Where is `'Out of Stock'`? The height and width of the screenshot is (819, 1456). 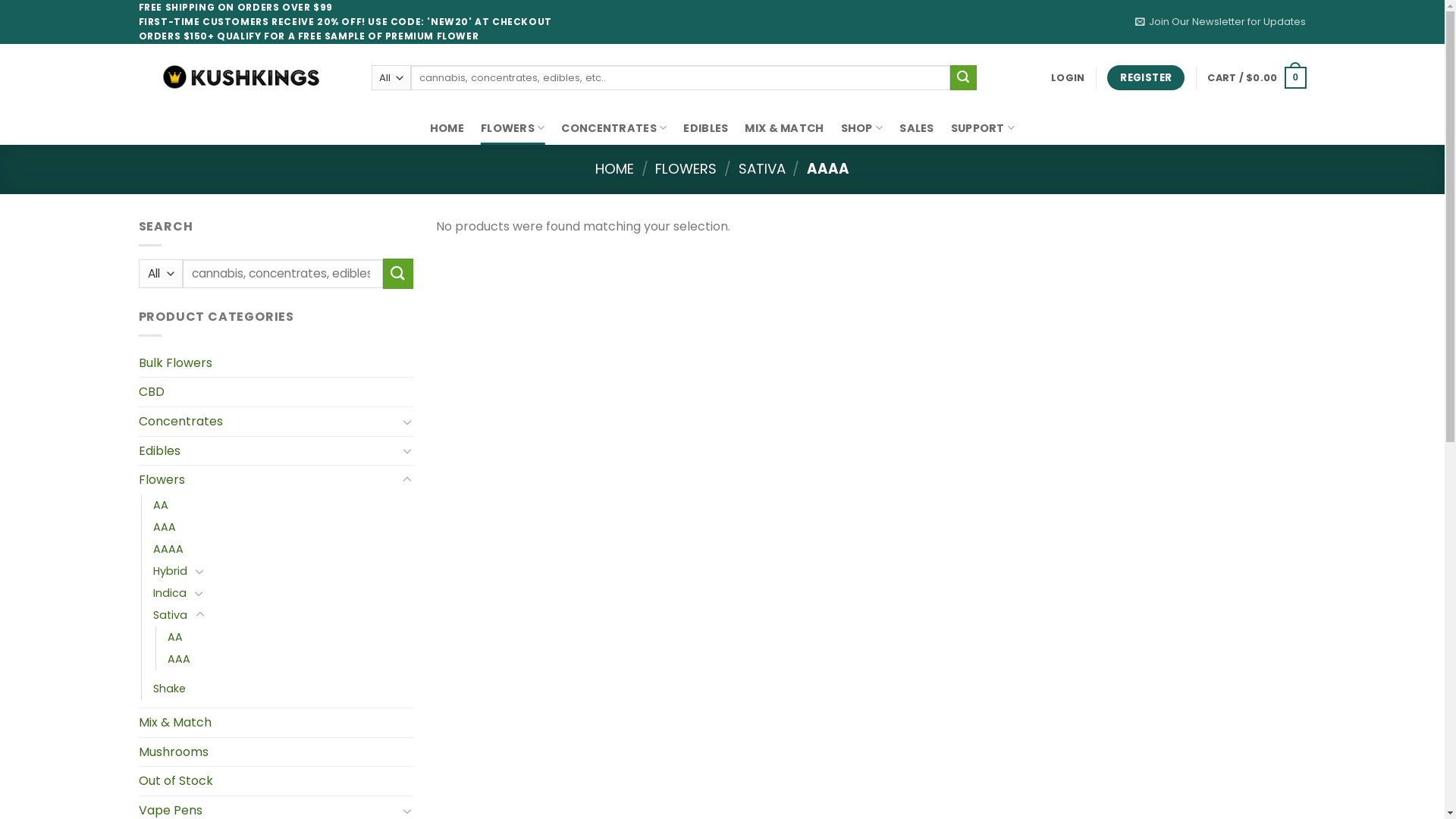 'Out of Stock' is located at coordinates (275, 780).